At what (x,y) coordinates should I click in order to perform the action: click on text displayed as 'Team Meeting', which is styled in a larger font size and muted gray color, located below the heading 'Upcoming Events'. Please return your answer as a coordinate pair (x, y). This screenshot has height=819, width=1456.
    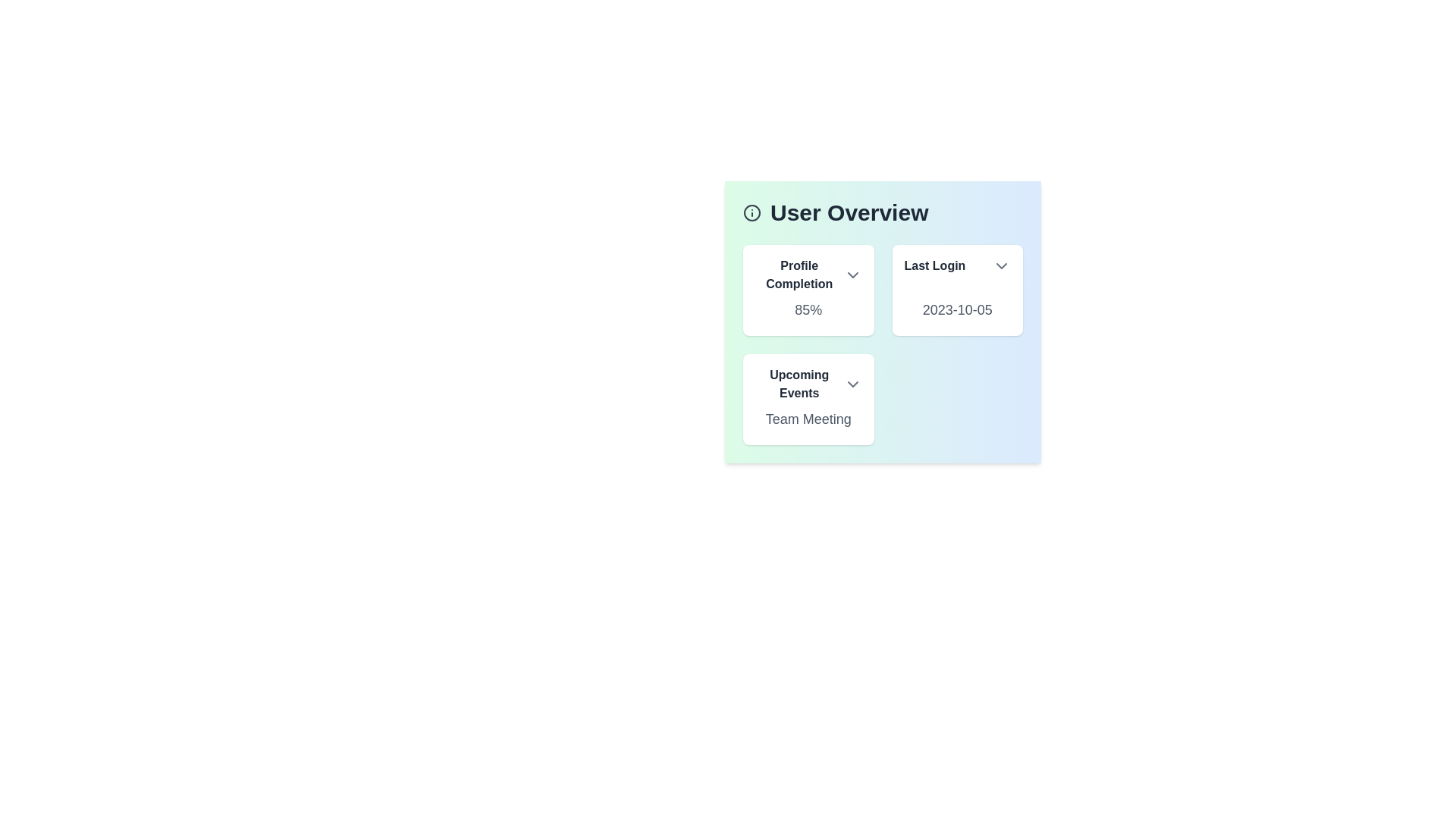
    Looking at the image, I should click on (808, 419).